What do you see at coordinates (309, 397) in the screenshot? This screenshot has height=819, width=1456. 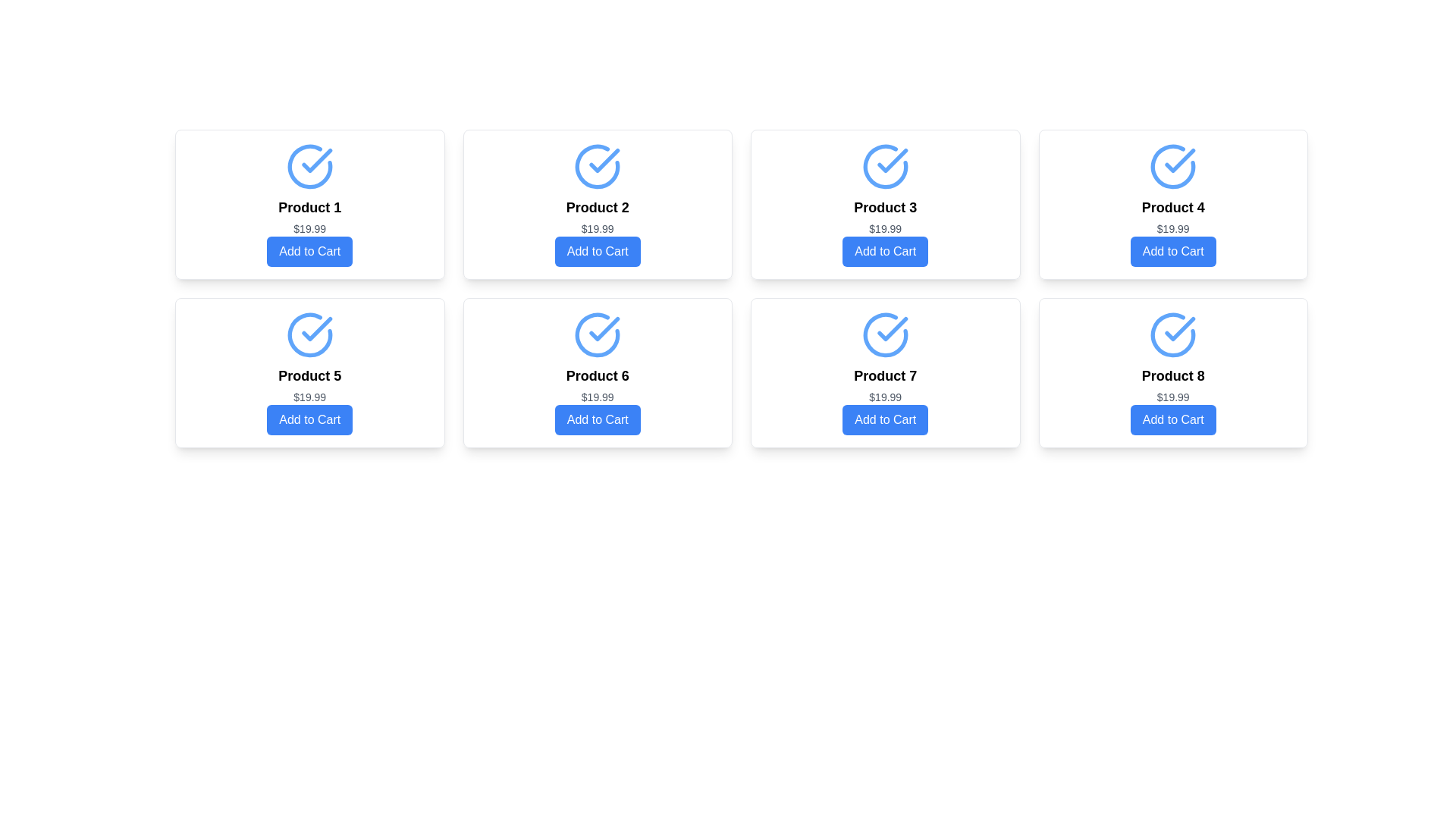 I see `the text label displaying the price '$19.99' located within the product card labeled 'Product 5', positioned directly beneath the product title and above the 'Add to Cart' button` at bounding box center [309, 397].